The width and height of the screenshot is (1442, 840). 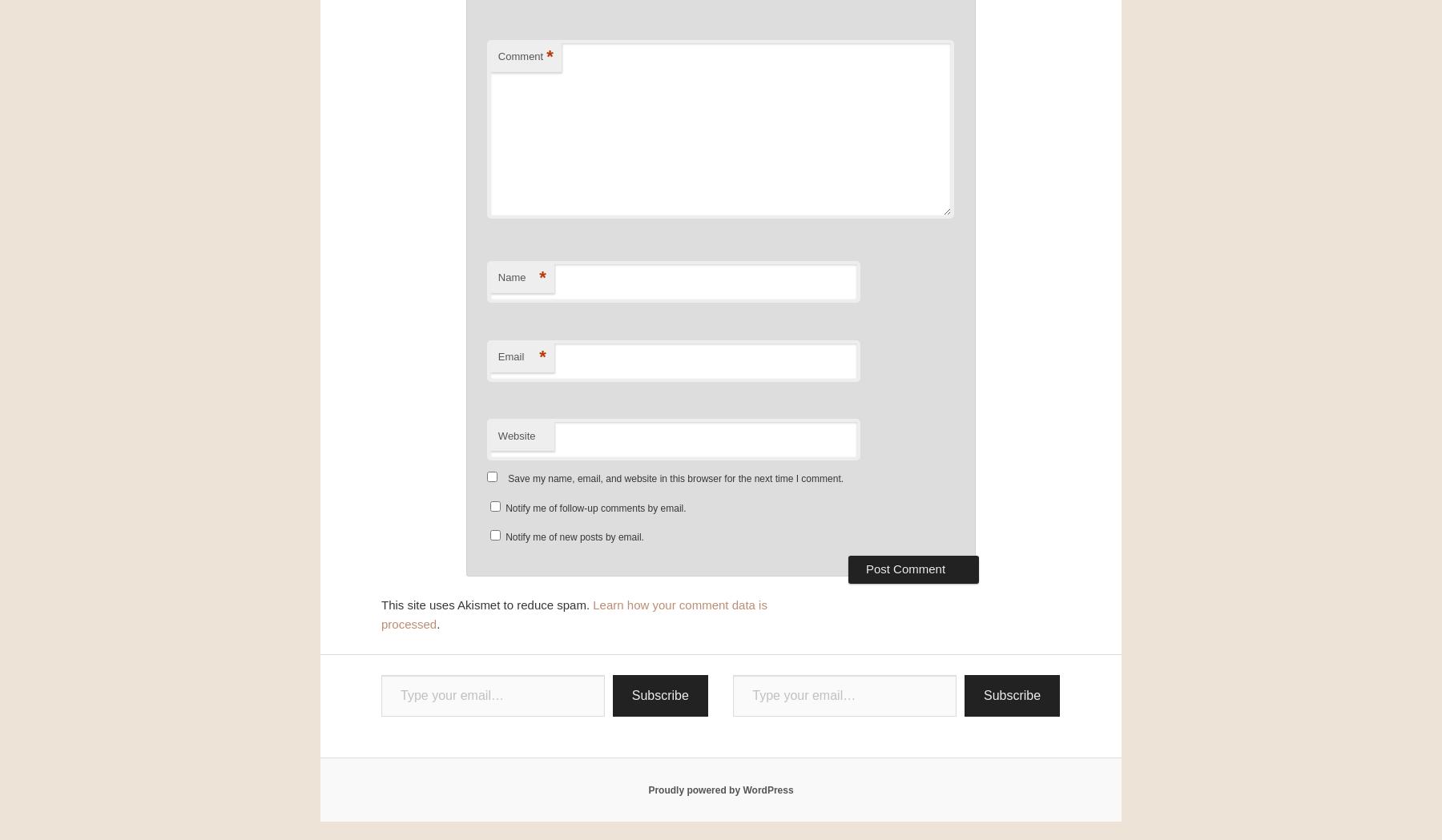 What do you see at coordinates (510, 355) in the screenshot?
I see `'Email'` at bounding box center [510, 355].